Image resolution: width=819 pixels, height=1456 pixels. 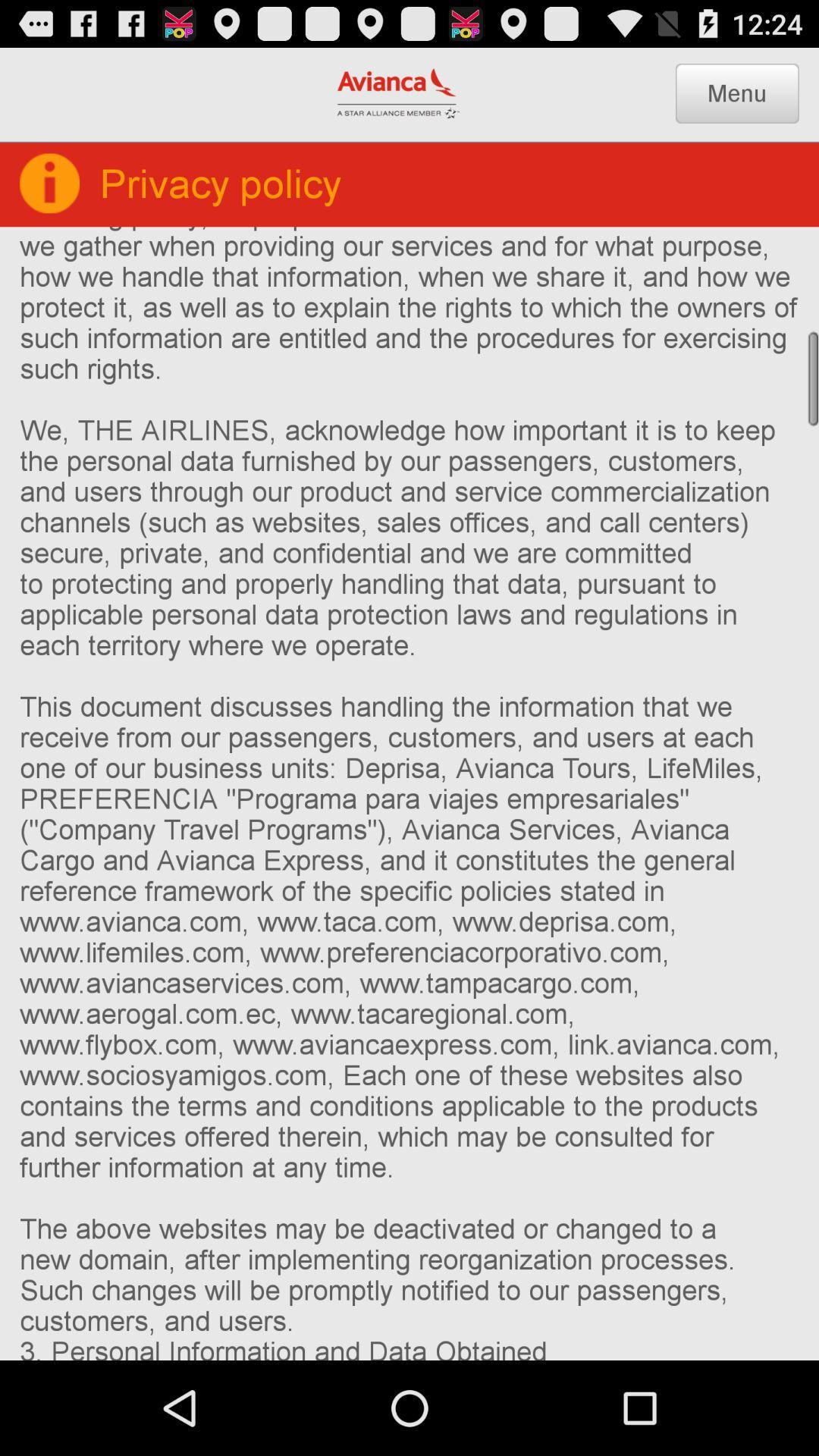 What do you see at coordinates (736, 93) in the screenshot?
I see `the item above the 1 who we` at bounding box center [736, 93].